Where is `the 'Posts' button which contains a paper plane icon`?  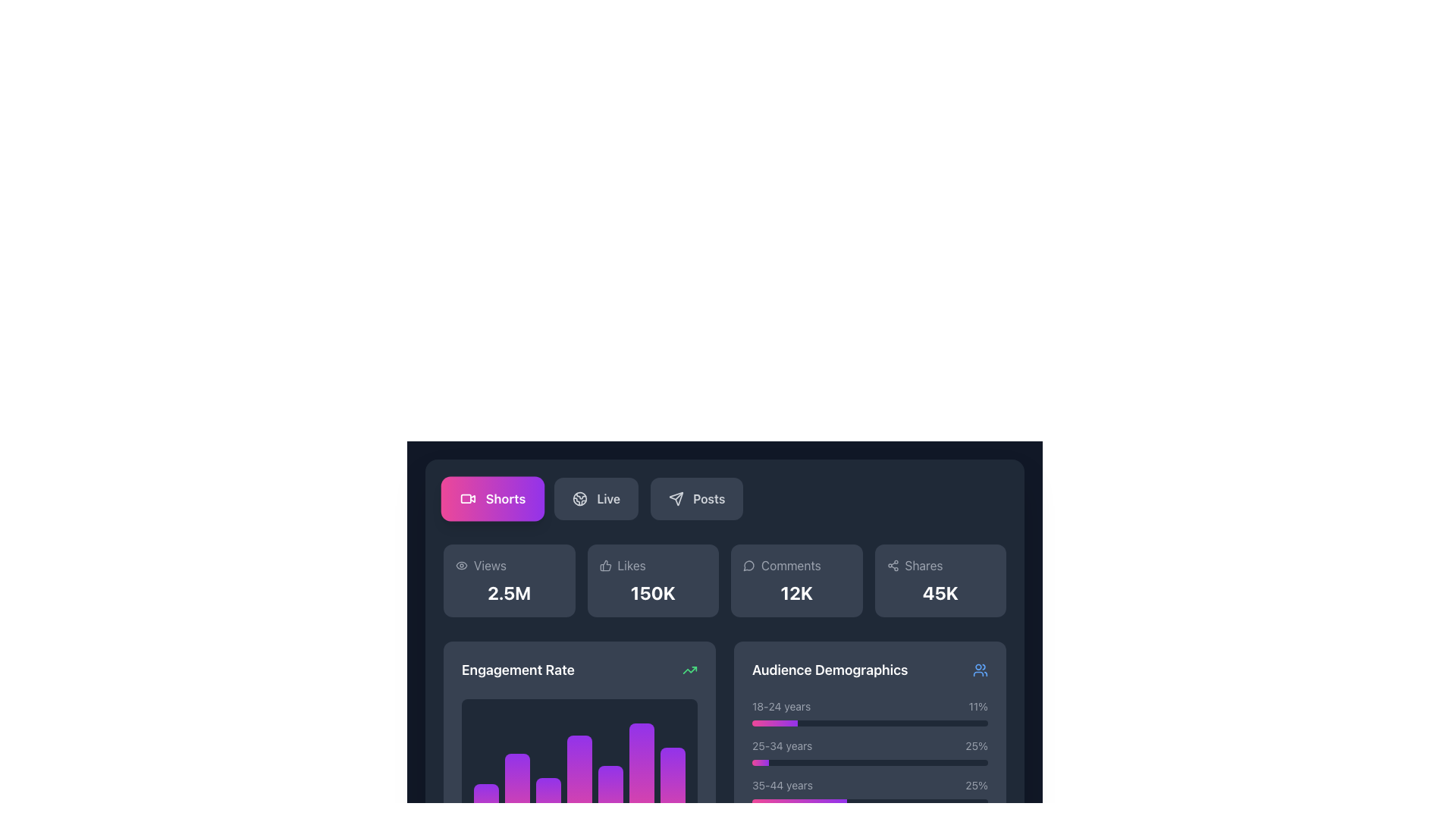
the 'Posts' button which contains a paper plane icon is located at coordinates (676, 499).